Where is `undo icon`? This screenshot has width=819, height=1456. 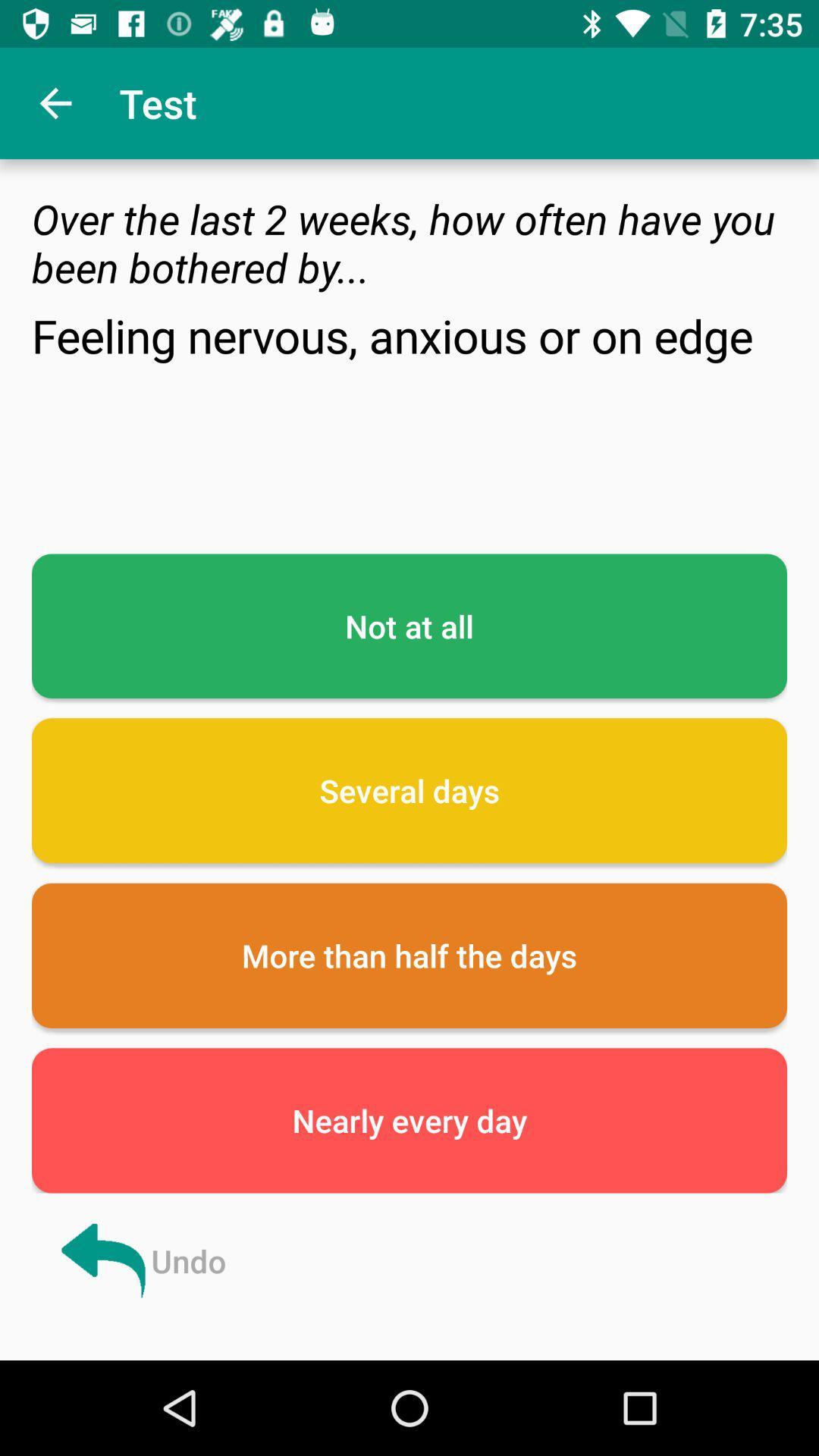
undo icon is located at coordinates (140, 1260).